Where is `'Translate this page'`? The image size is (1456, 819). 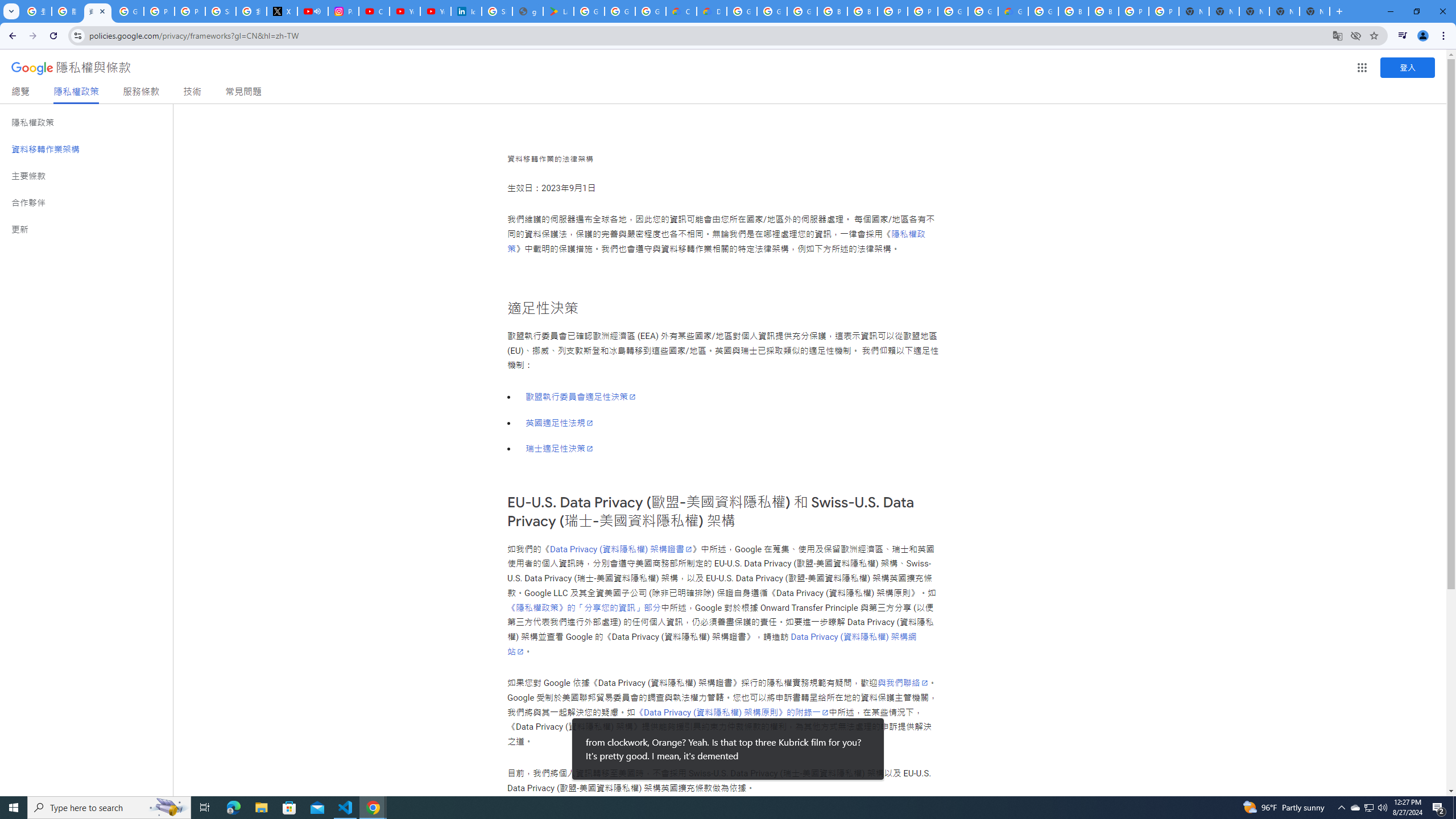 'Translate this page' is located at coordinates (1337, 35).